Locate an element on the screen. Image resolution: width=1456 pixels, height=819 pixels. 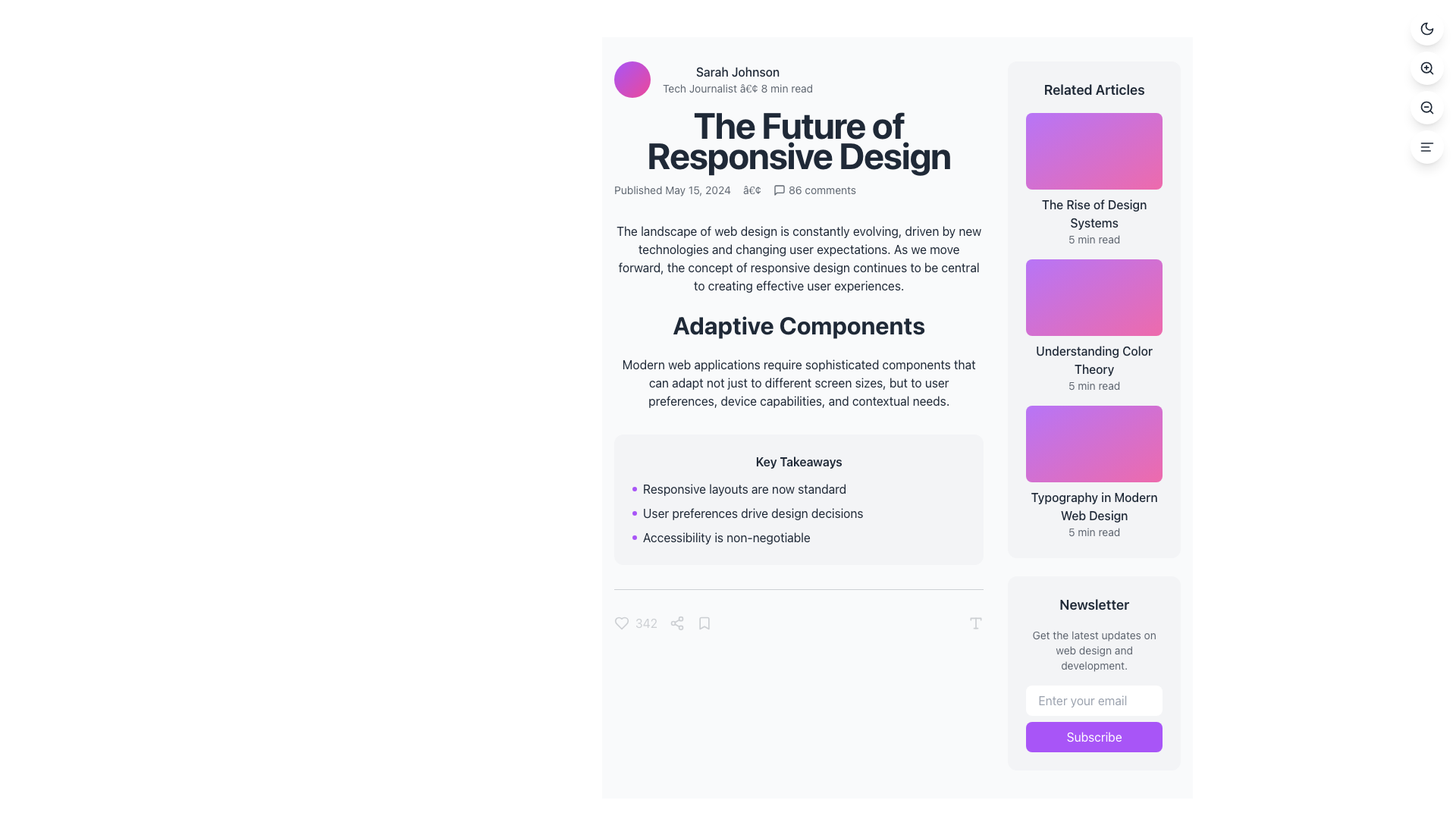
key takeaways from the bulleted list located under the 'Key Takeaways' heading, which contains three entries with purple circular markers is located at coordinates (798, 513).